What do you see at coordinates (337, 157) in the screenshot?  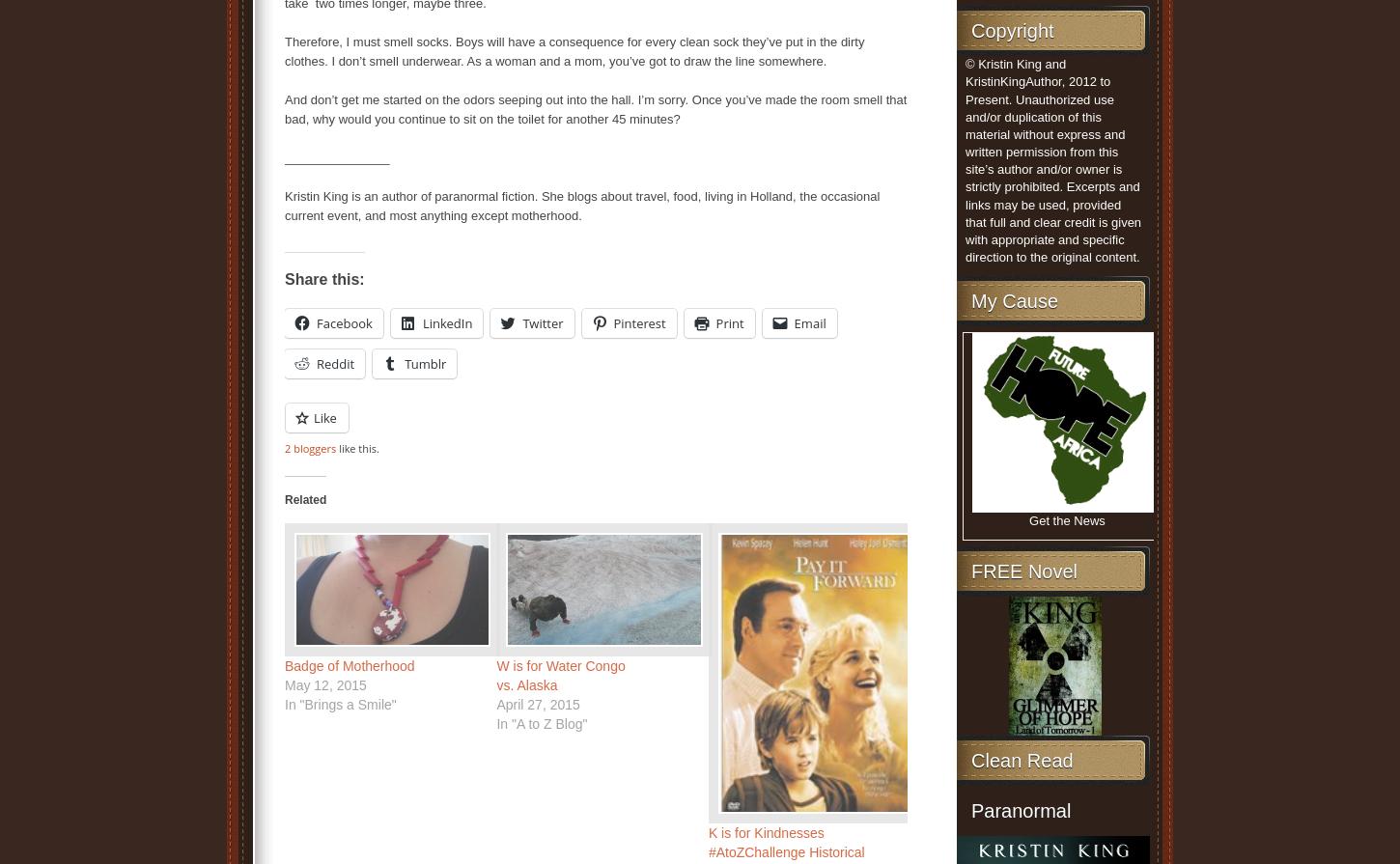 I see `'_______________'` at bounding box center [337, 157].